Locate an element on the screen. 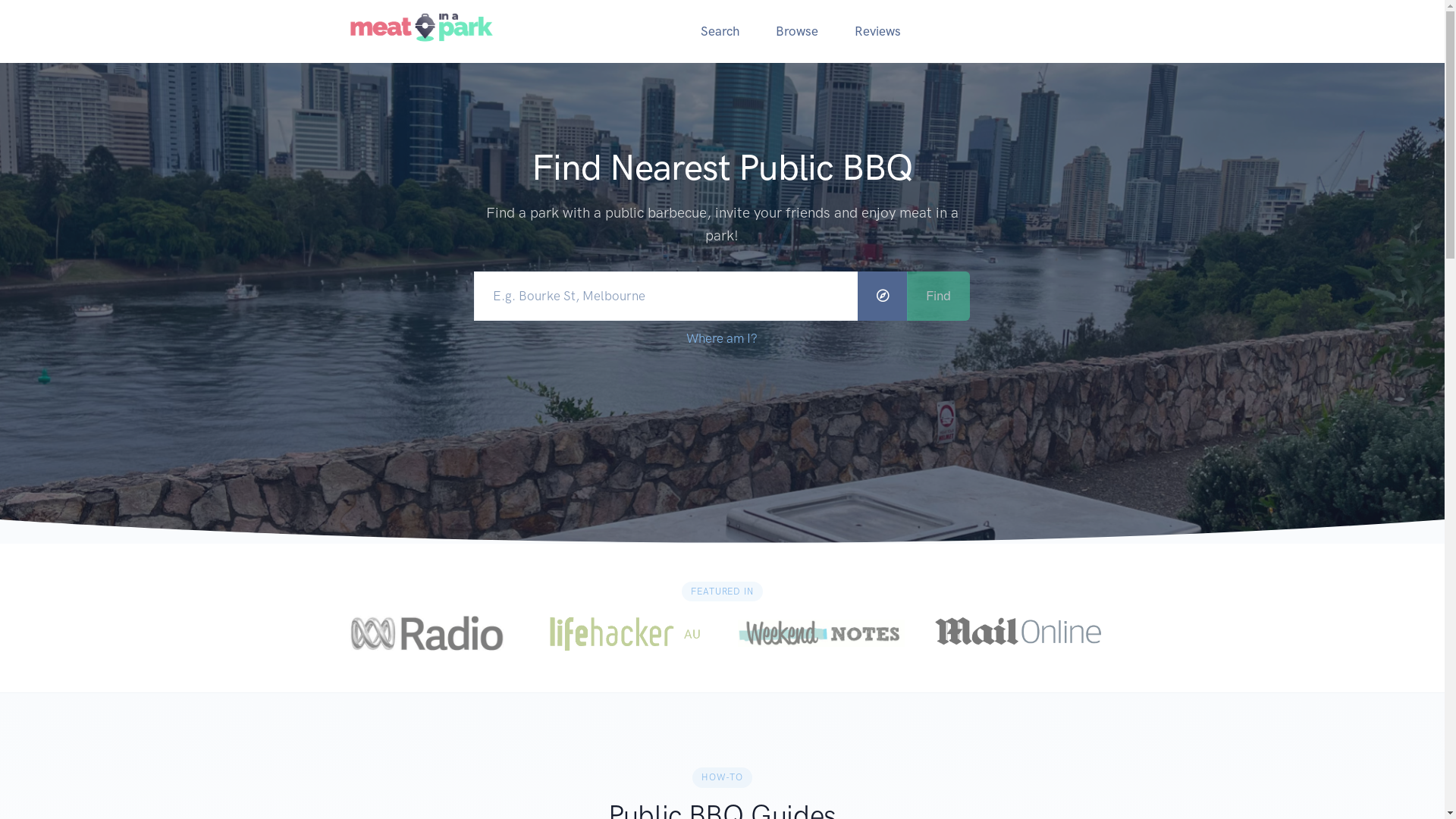  'Reviews' is located at coordinates (877, 31).